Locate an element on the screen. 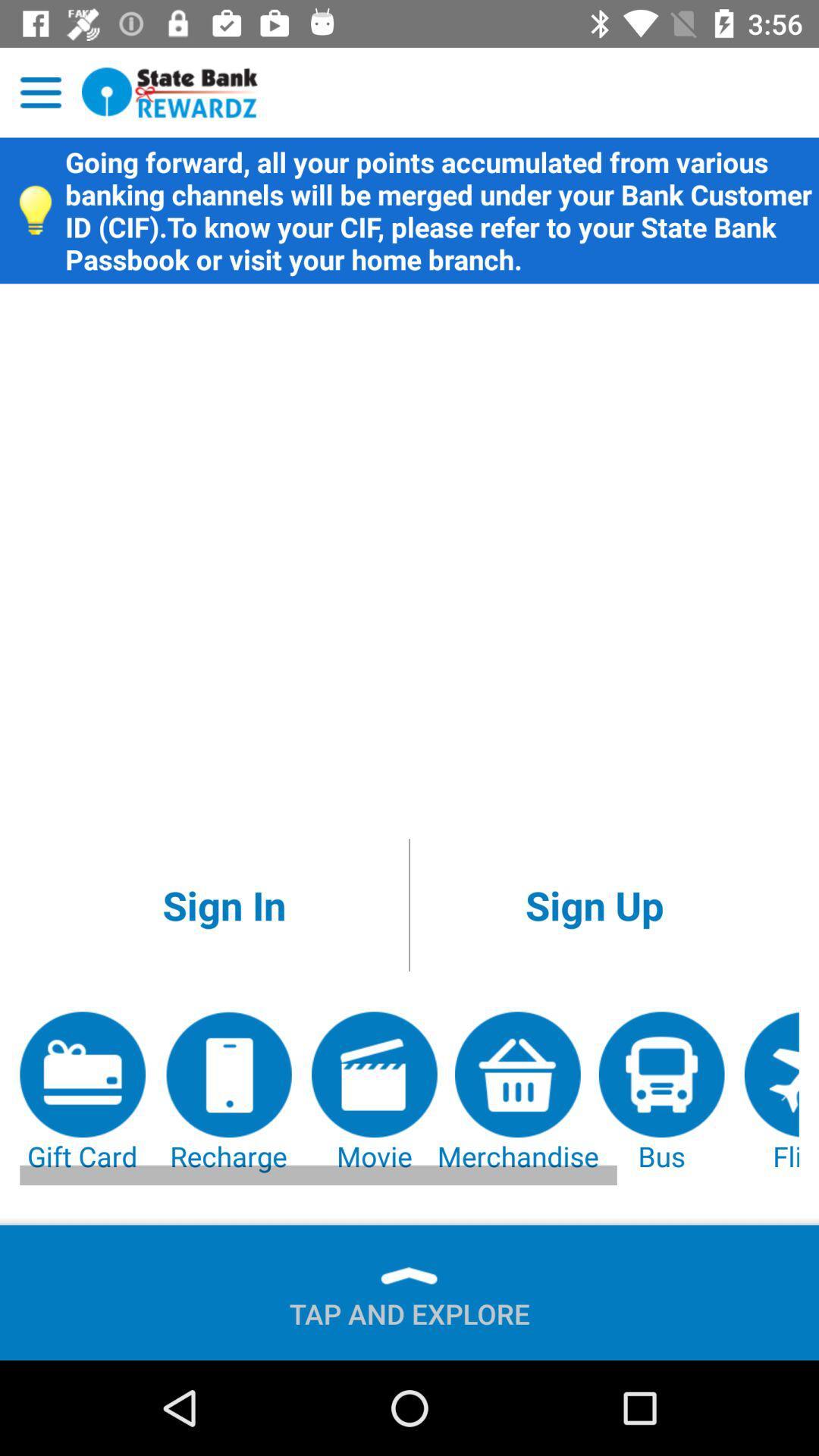 The height and width of the screenshot is (1456, 819). item below sign up is located at coordinates (517, 1093).